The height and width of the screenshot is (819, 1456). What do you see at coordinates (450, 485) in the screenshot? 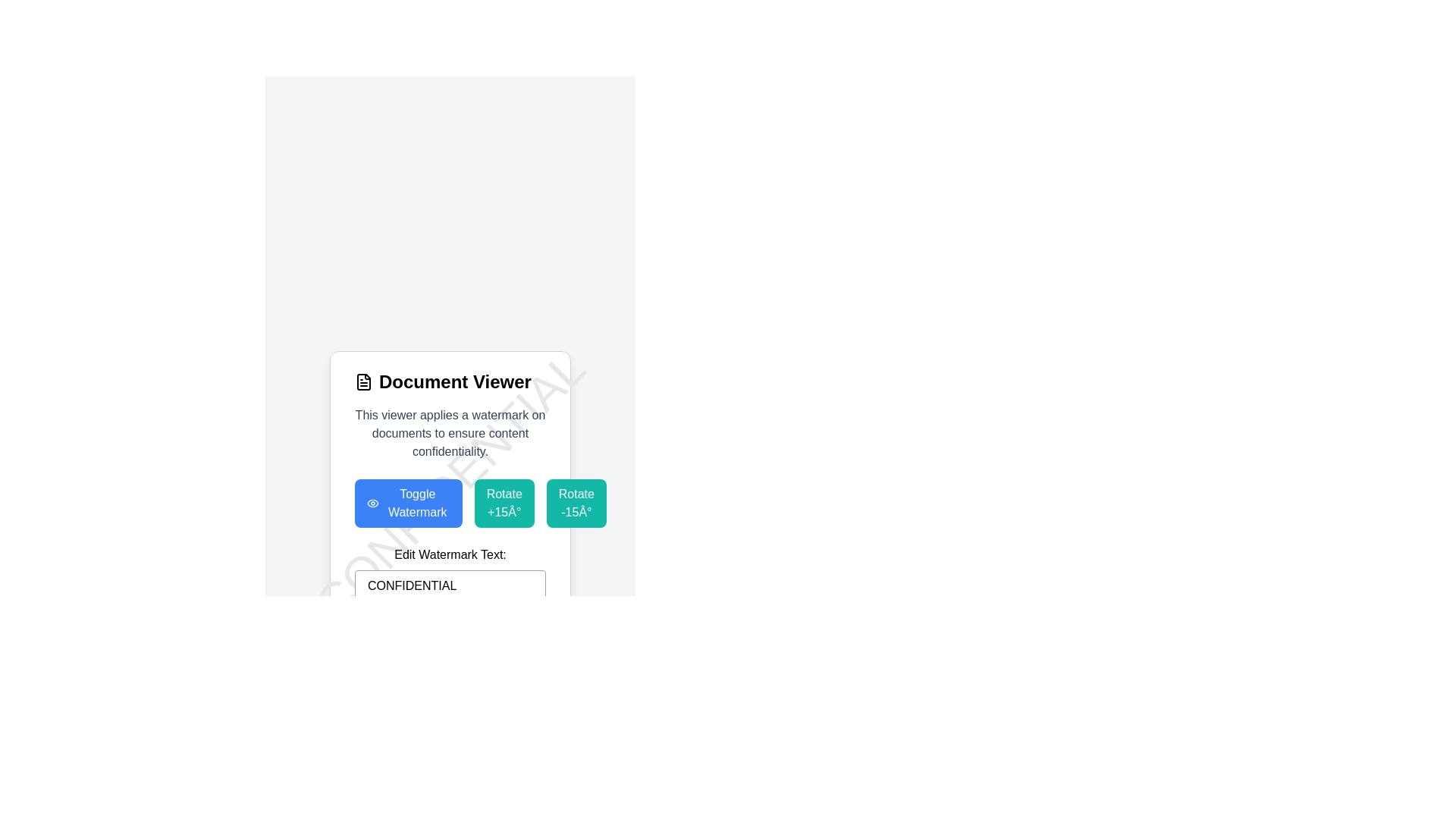
I see `the blue 'Toggle Watermark' button with an eye icon, located below the 'Document Viewer' header` at bounding box center [450, 485].